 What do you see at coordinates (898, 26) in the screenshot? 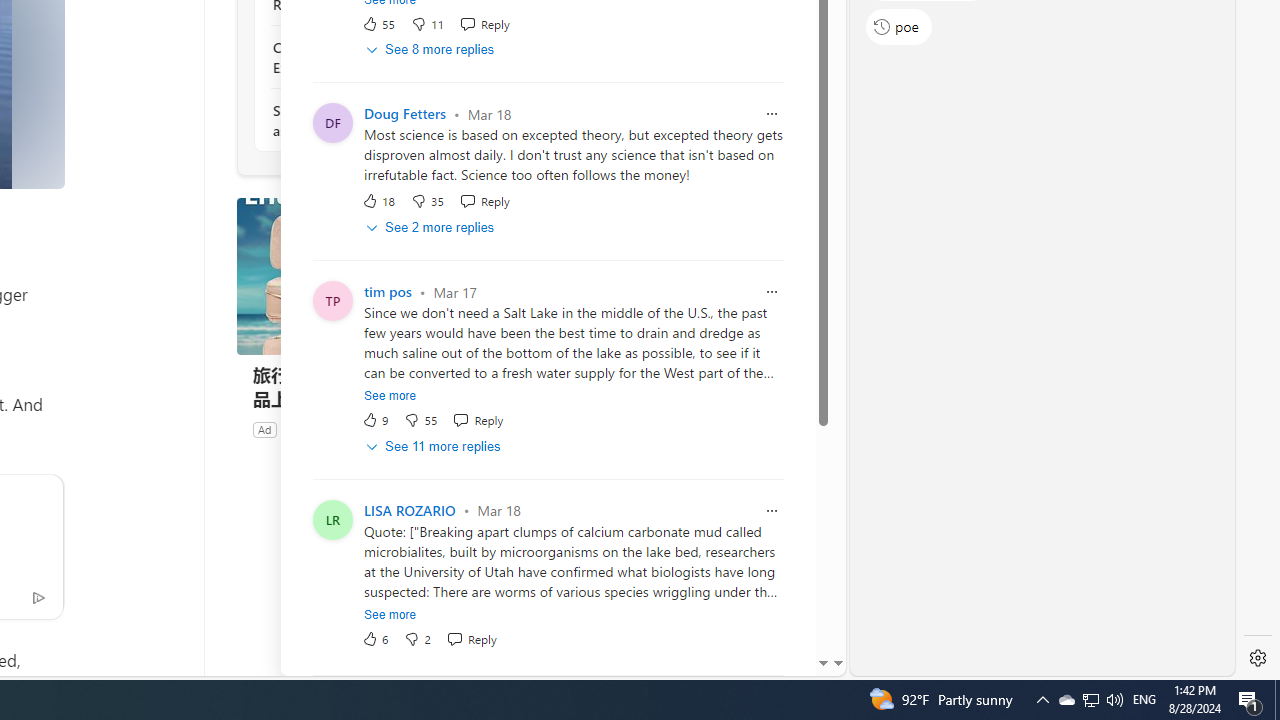
I see `'poe'` at bounding box center [898, 26].